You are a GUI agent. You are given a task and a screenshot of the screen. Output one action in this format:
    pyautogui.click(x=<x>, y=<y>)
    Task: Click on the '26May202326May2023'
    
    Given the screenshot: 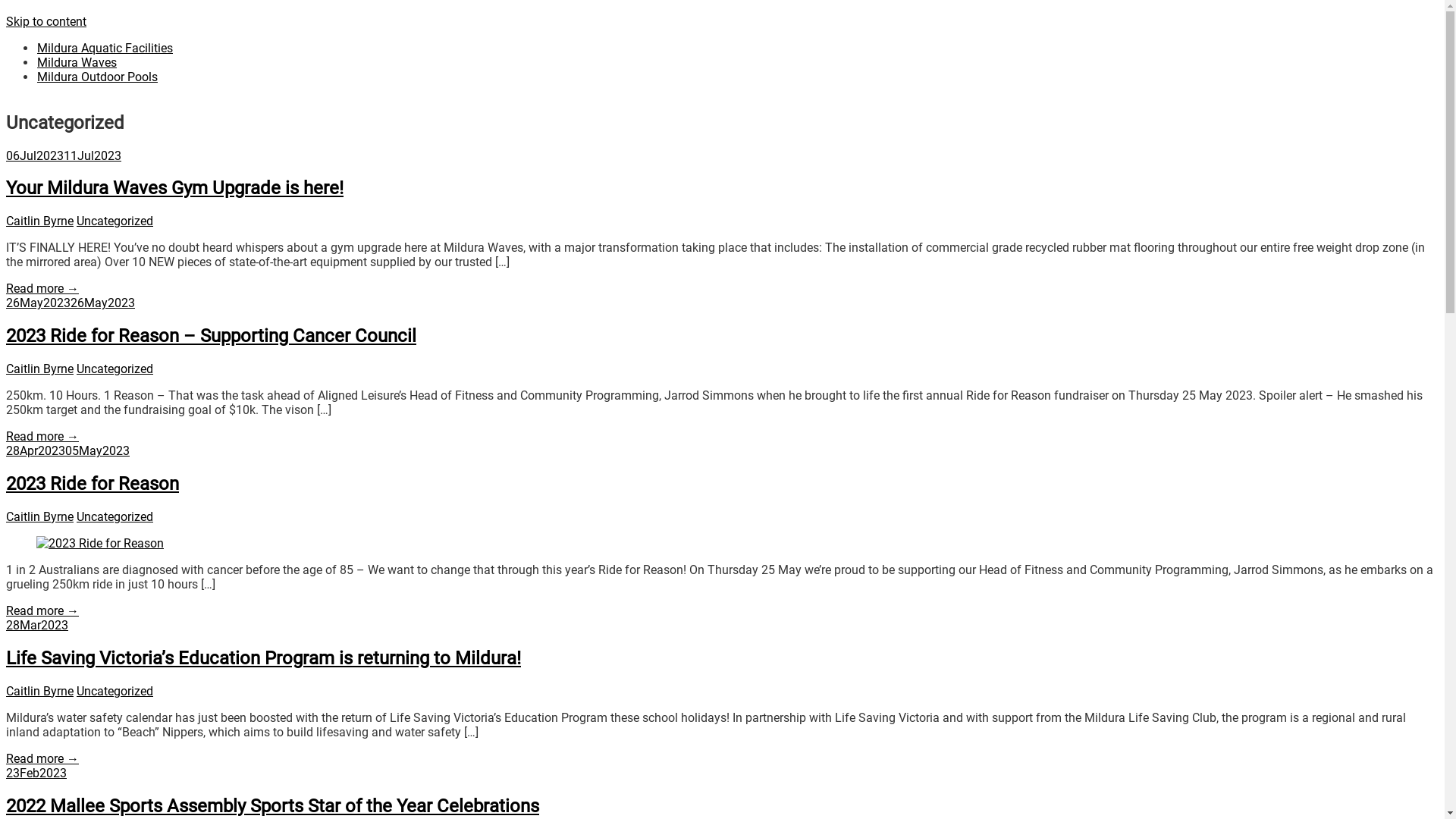 What is the action you would take?
    pyautogui.click(x=69, y=303)
    